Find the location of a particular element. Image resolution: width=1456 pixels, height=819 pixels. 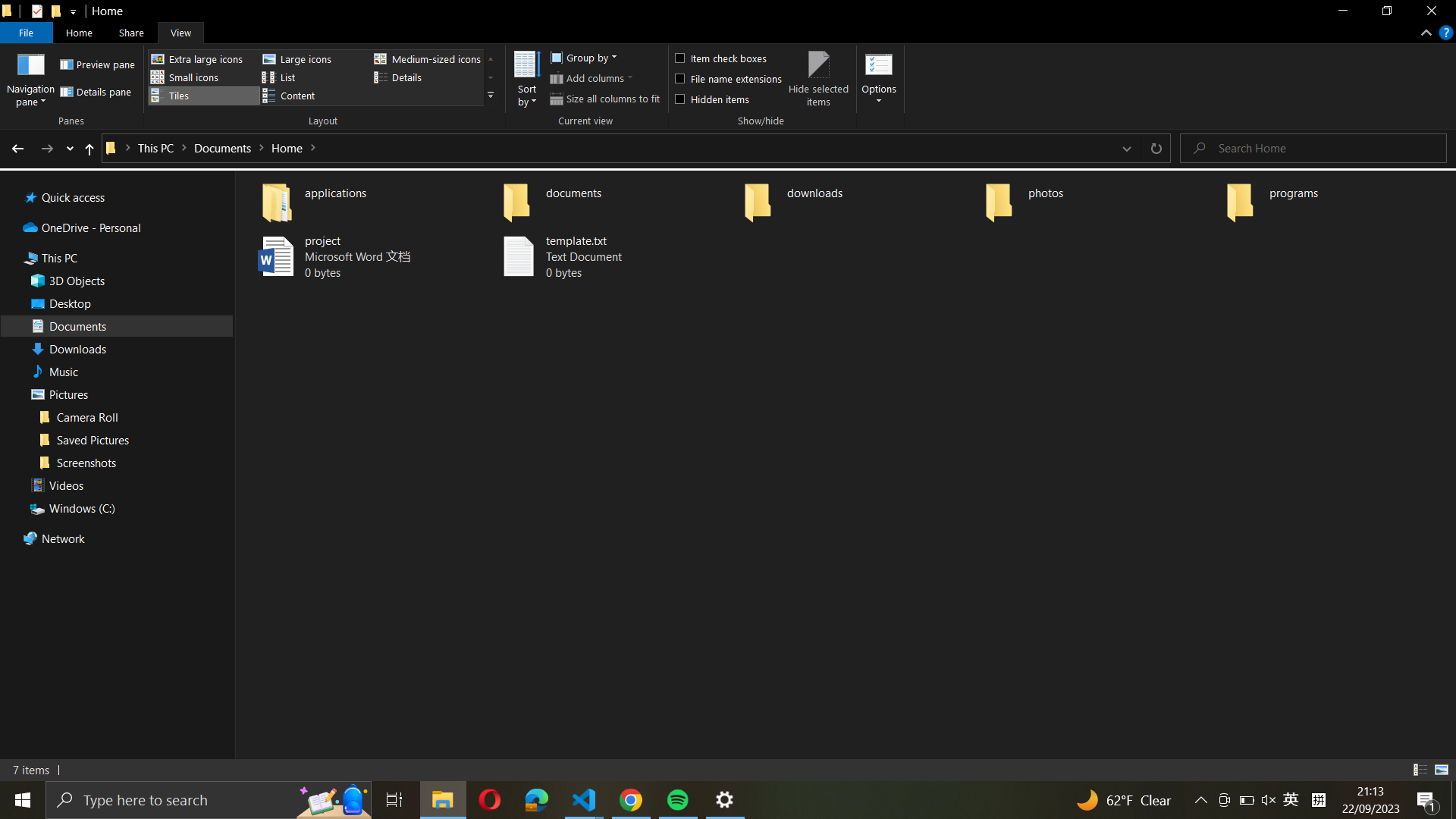

Locate the "photos" folder and mark the first five images is located at coordinates (1099, 198).